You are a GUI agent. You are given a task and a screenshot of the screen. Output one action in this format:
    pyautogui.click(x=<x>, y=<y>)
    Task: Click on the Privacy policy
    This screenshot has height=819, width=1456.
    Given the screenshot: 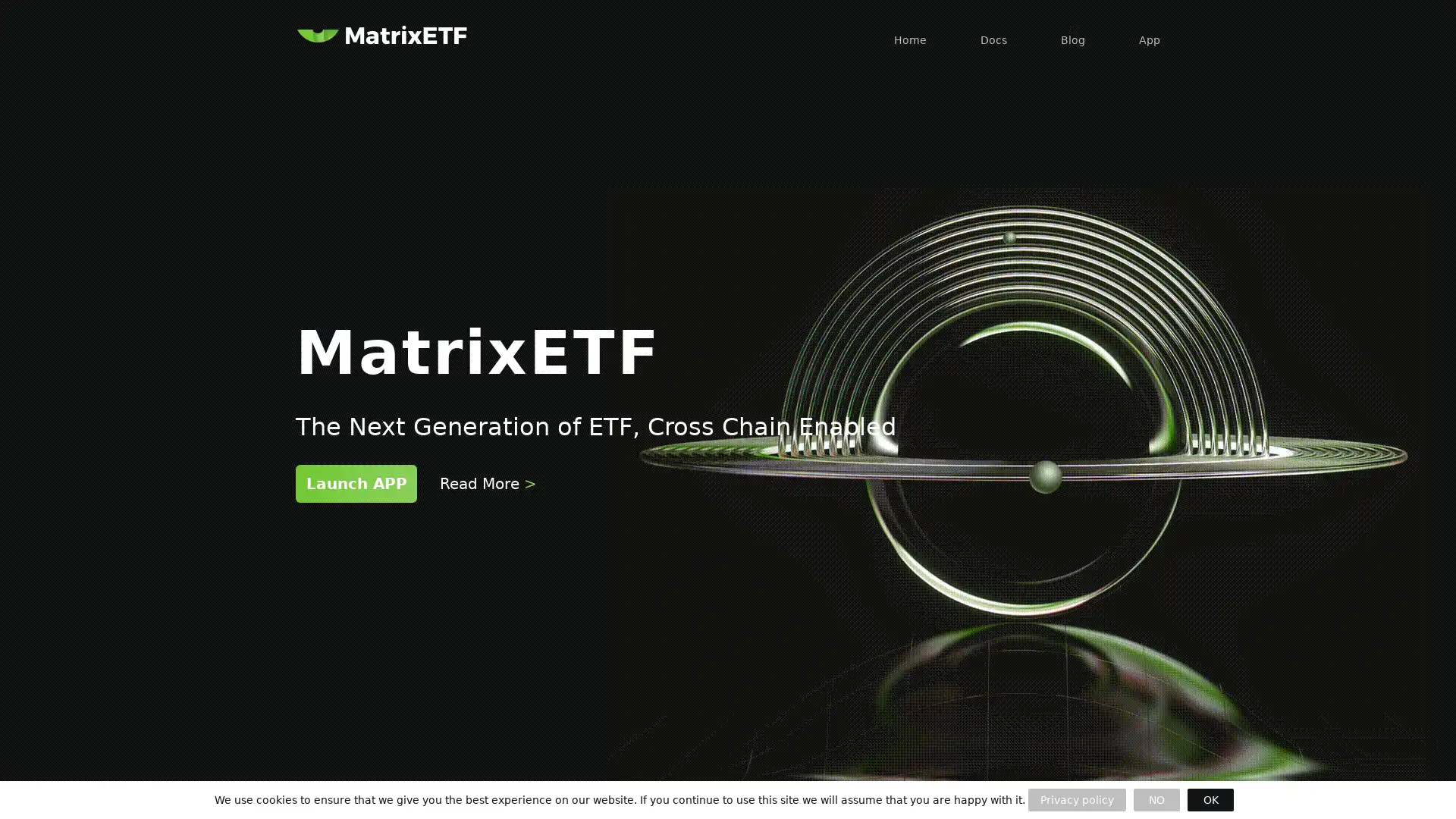 What is the action you would take?
    pyautogui.click(x=1076, y=799)
    